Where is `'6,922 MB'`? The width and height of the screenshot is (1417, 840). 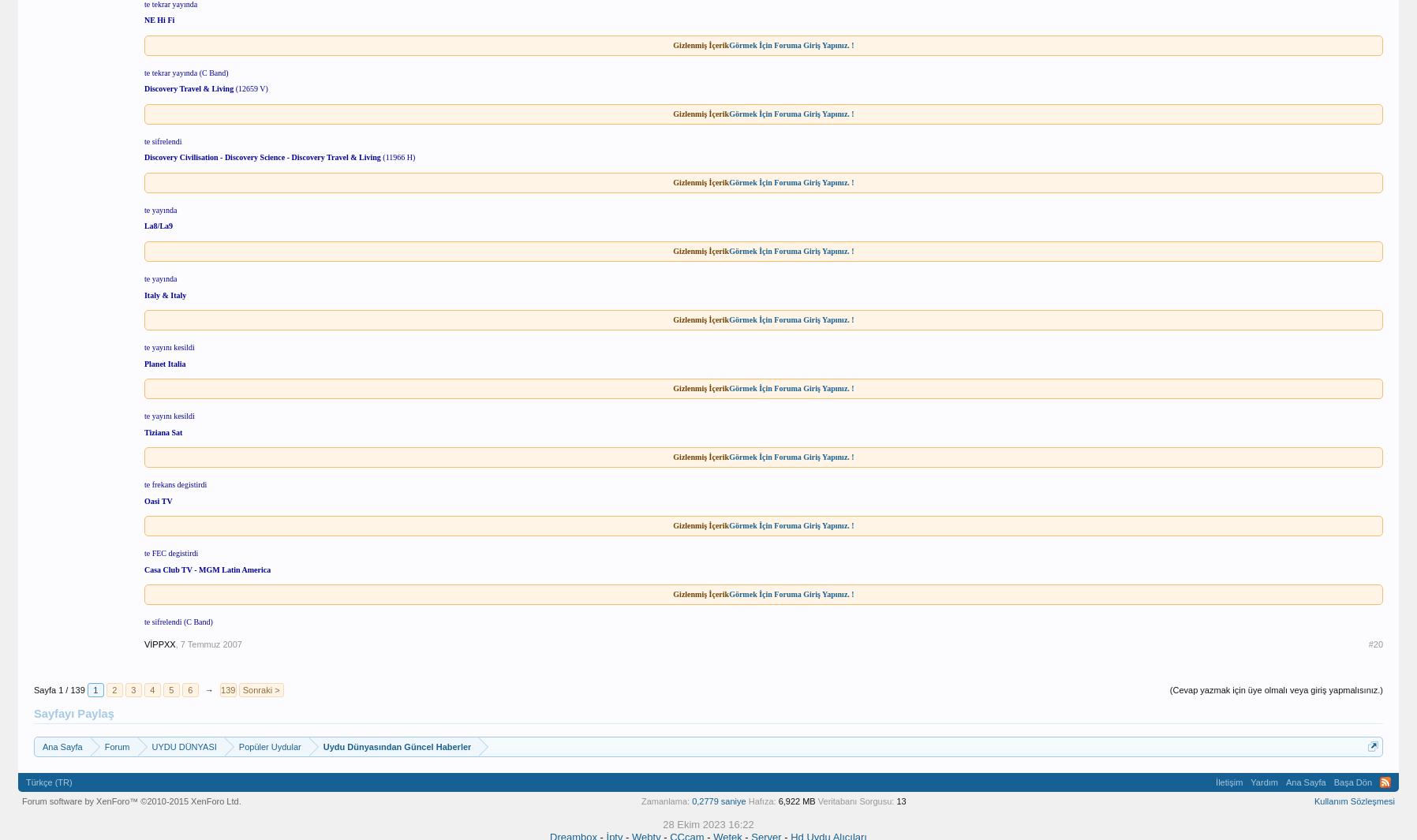
'6,922 MB' is located at coordinates (795, 801).